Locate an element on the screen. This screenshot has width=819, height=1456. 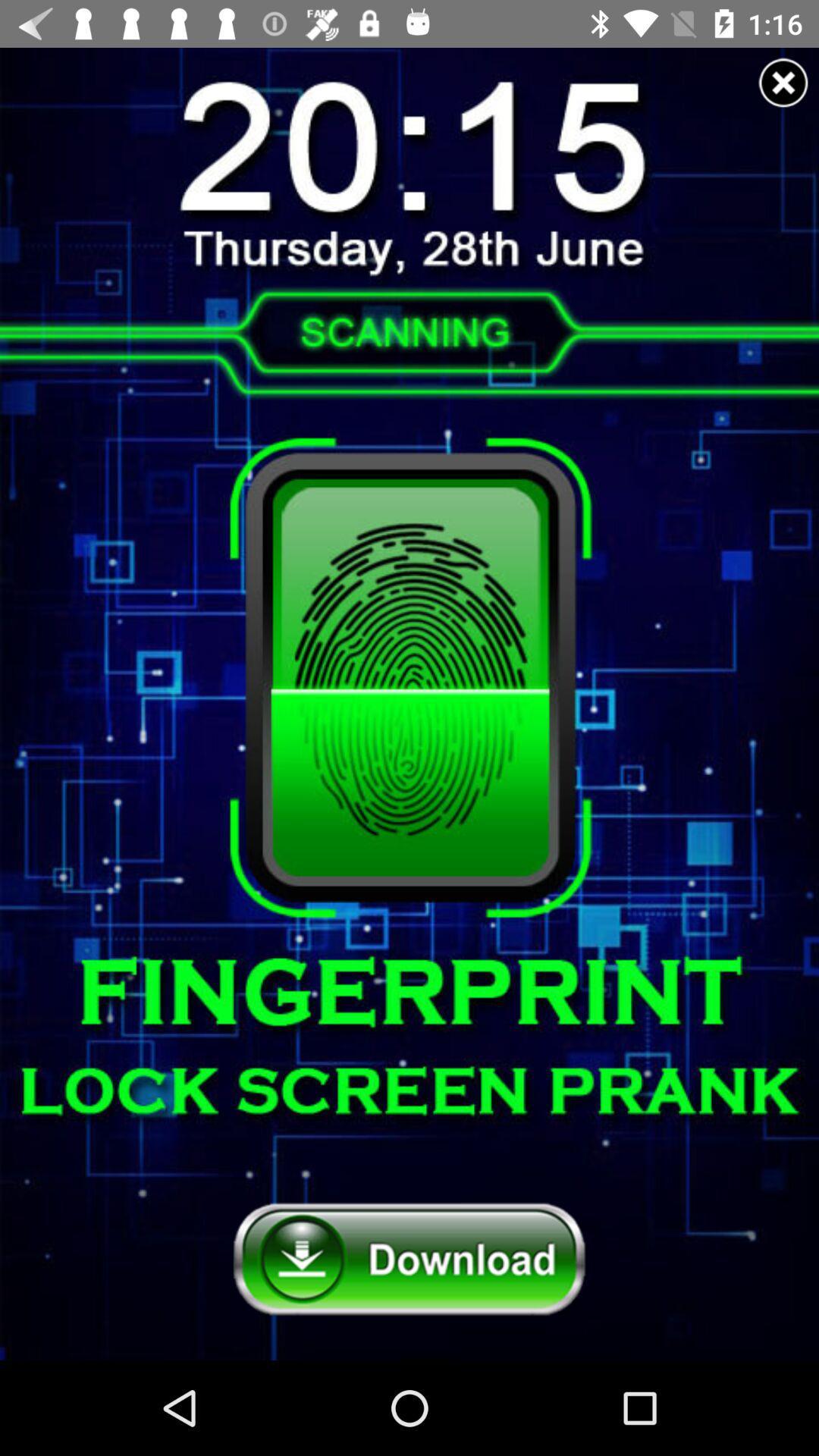
advertisement is located at coordinates (783, 82).